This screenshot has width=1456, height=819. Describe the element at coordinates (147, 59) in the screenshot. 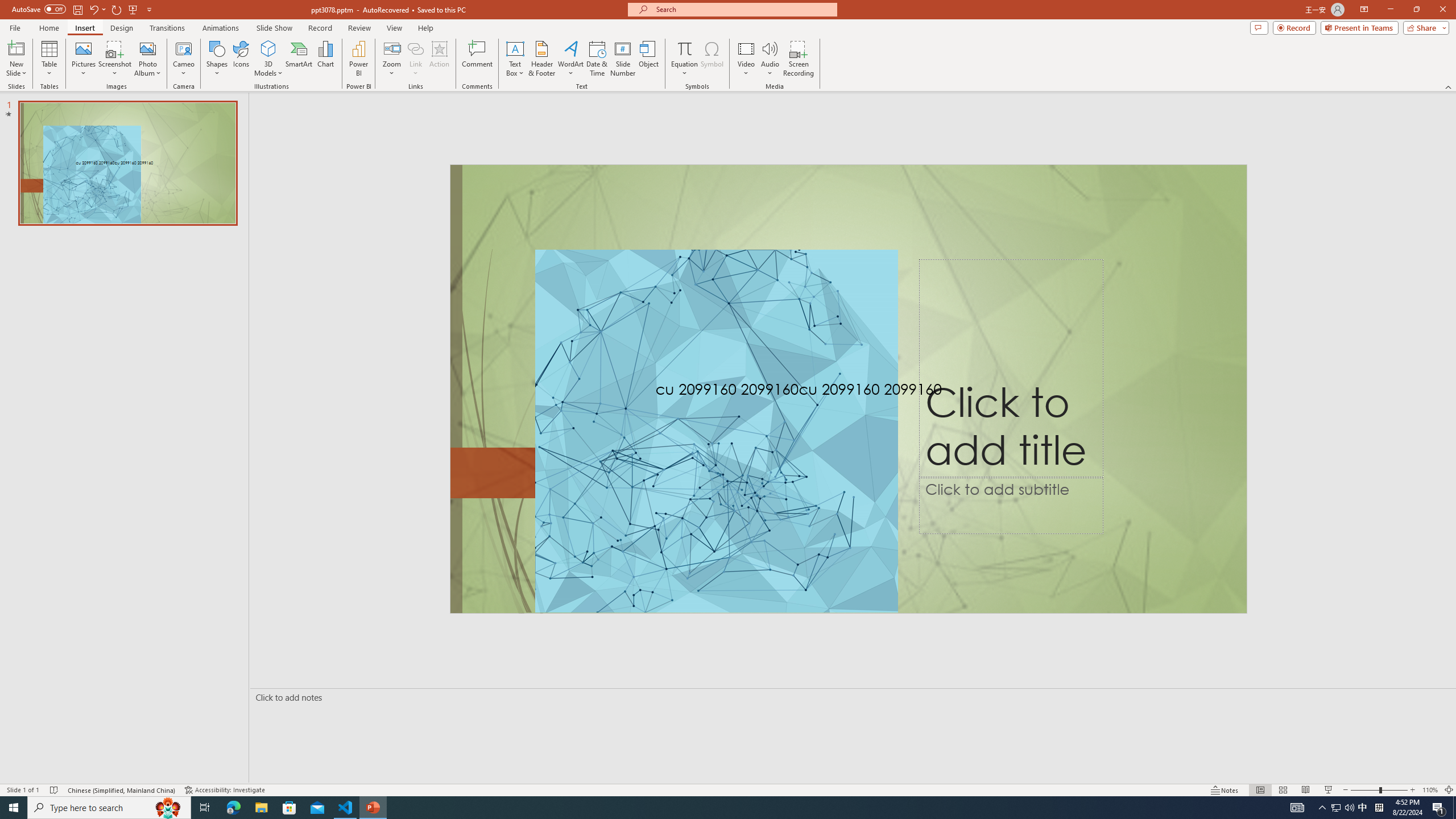

I see `'Photo Album...'` at that location.